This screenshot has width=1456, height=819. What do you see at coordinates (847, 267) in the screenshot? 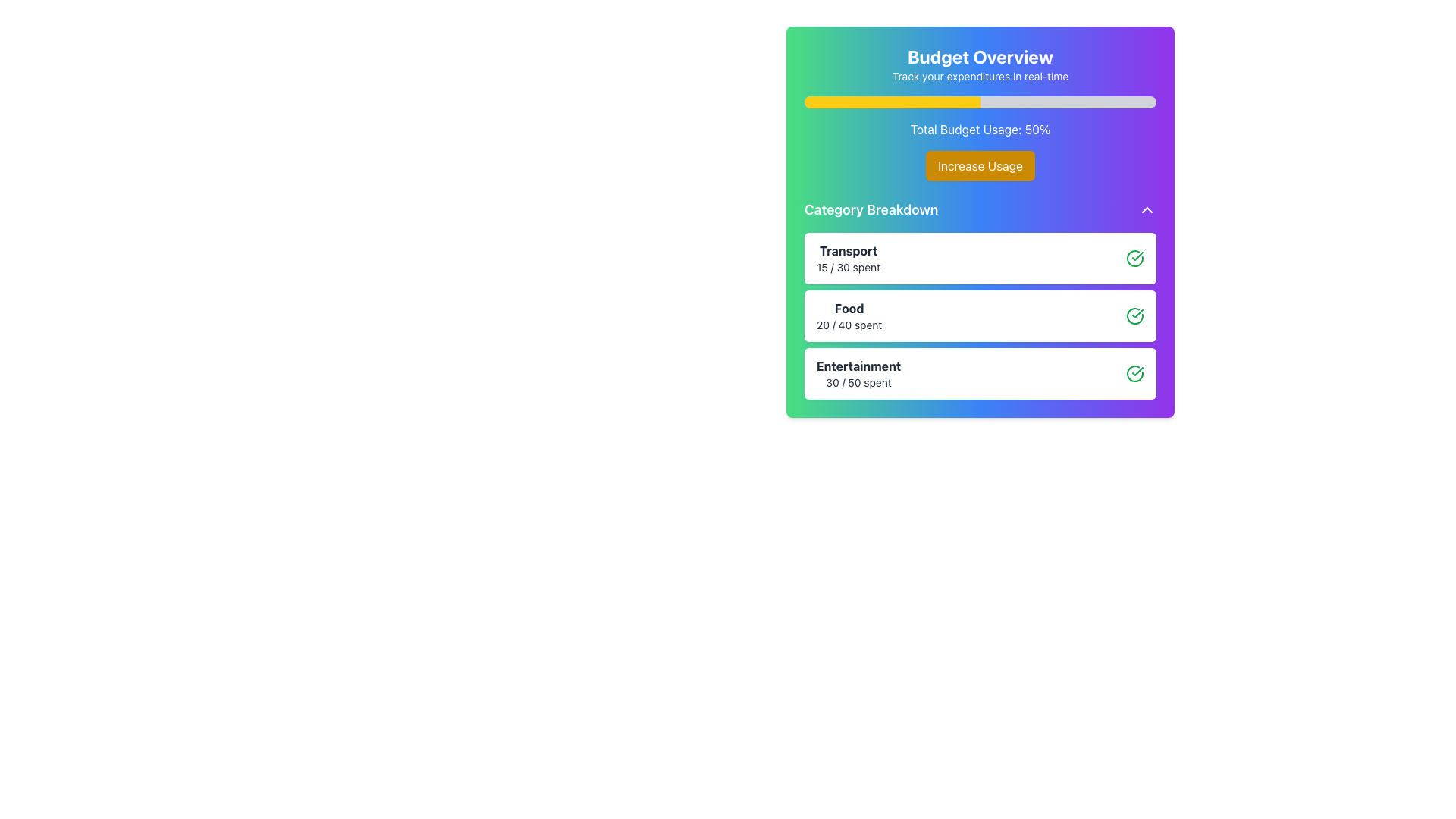
I see `the text display that shows the budget utilization for the 'Transport' category, located under the 'Category Breakdown' section` at bounding box center [847, 267].